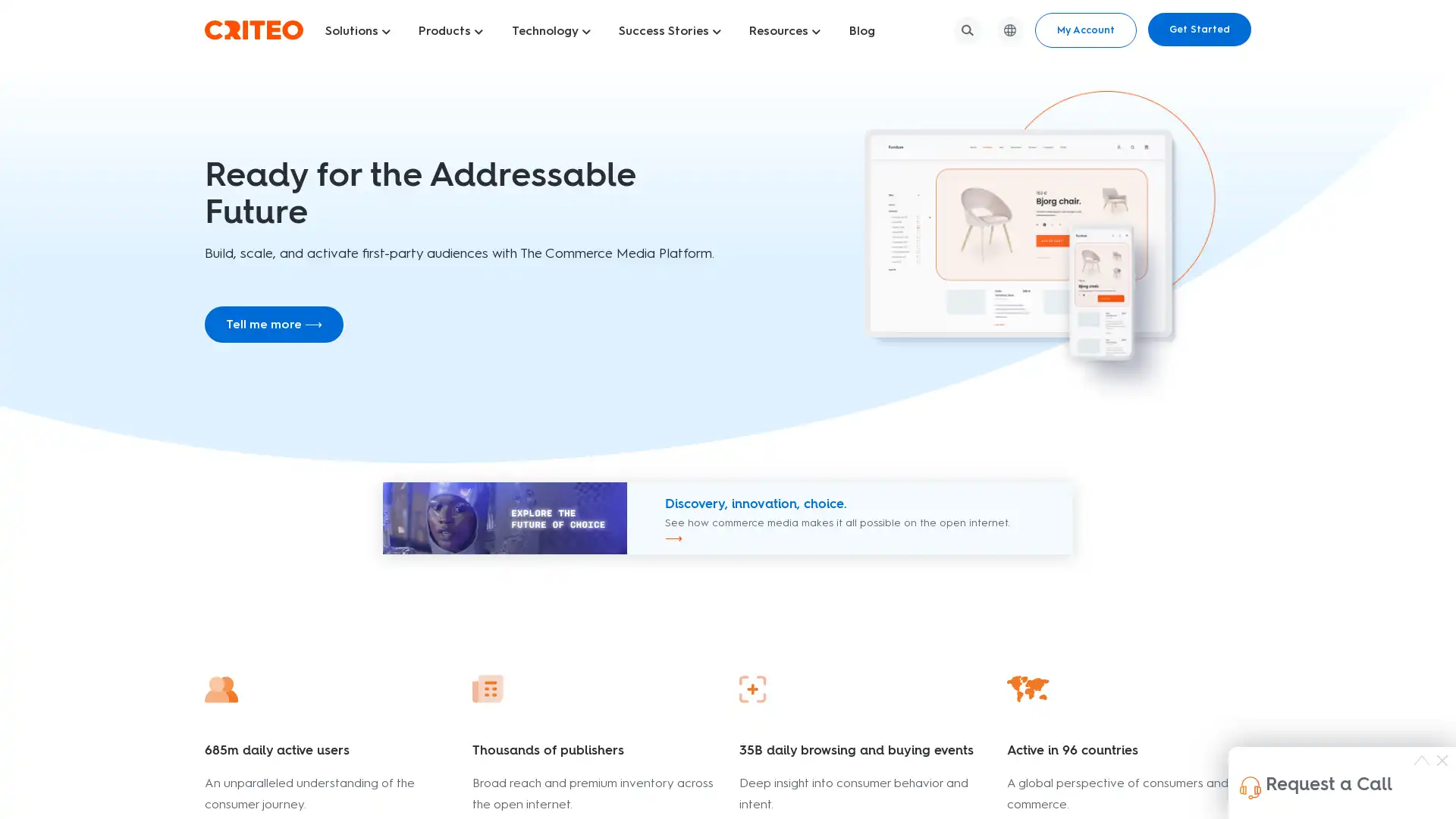 The image size is (1456, 819). I want to click on My Account, so click(1084, 30).